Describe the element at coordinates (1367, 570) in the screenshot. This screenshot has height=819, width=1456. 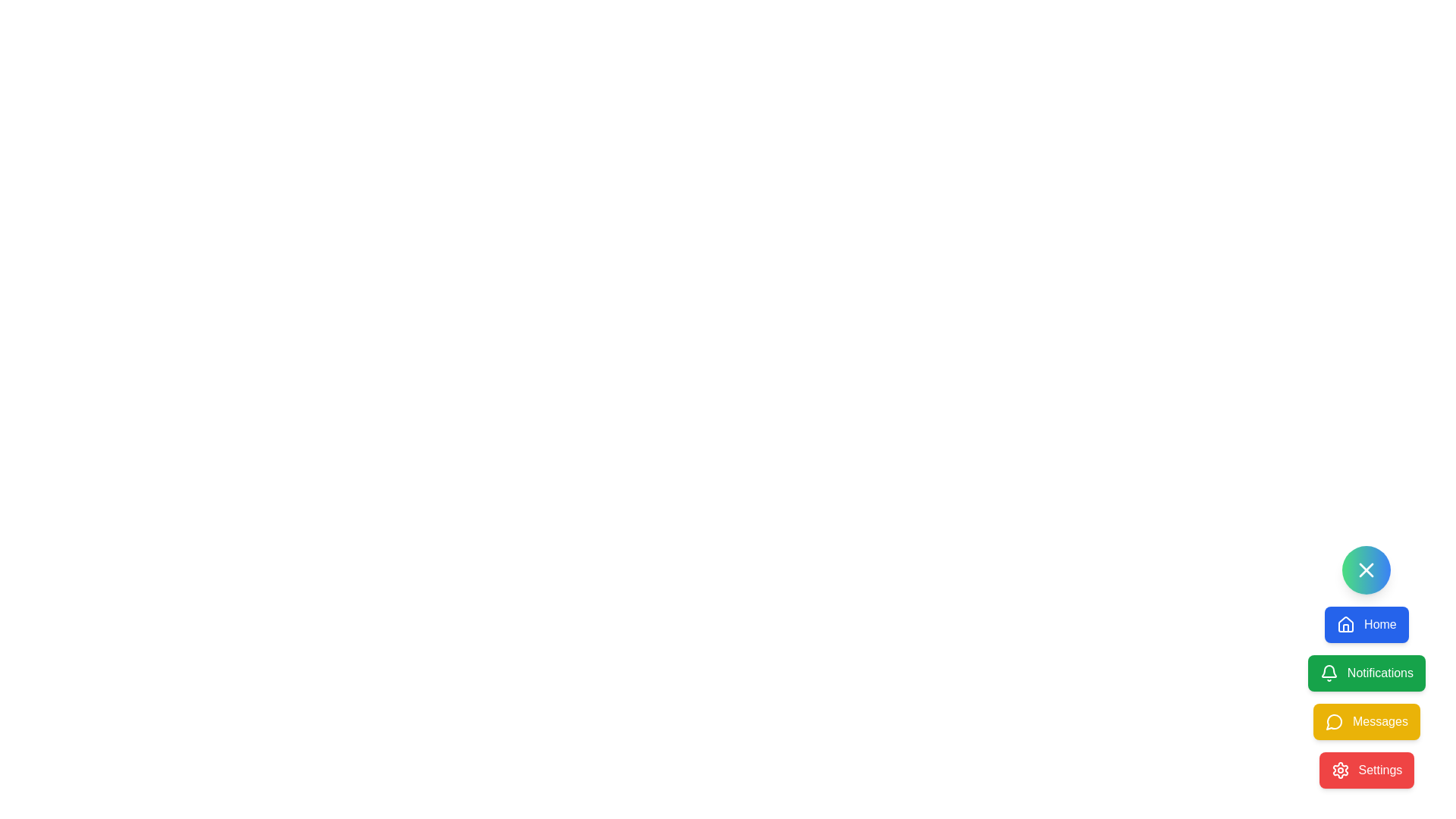
I see `the X-shaped close icon located at the center of the circular green-to-blue gradient button at the top of the vertical menu on the right side of the interface` at that location.